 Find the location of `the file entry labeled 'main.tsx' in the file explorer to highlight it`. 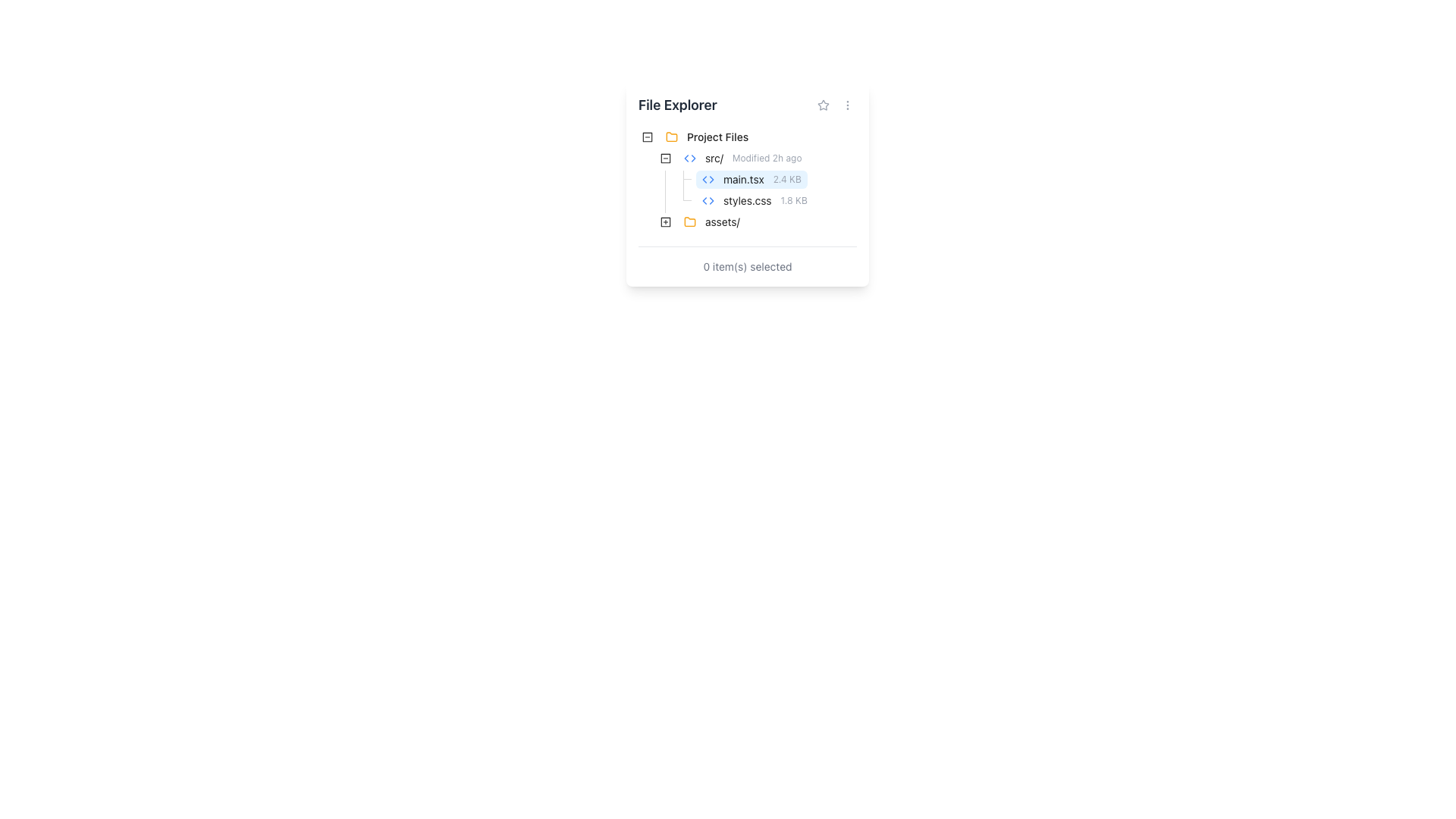

the file entry labeled 'main.tsx' in the file explorer to highlight it is located at coordinates (752, 178).